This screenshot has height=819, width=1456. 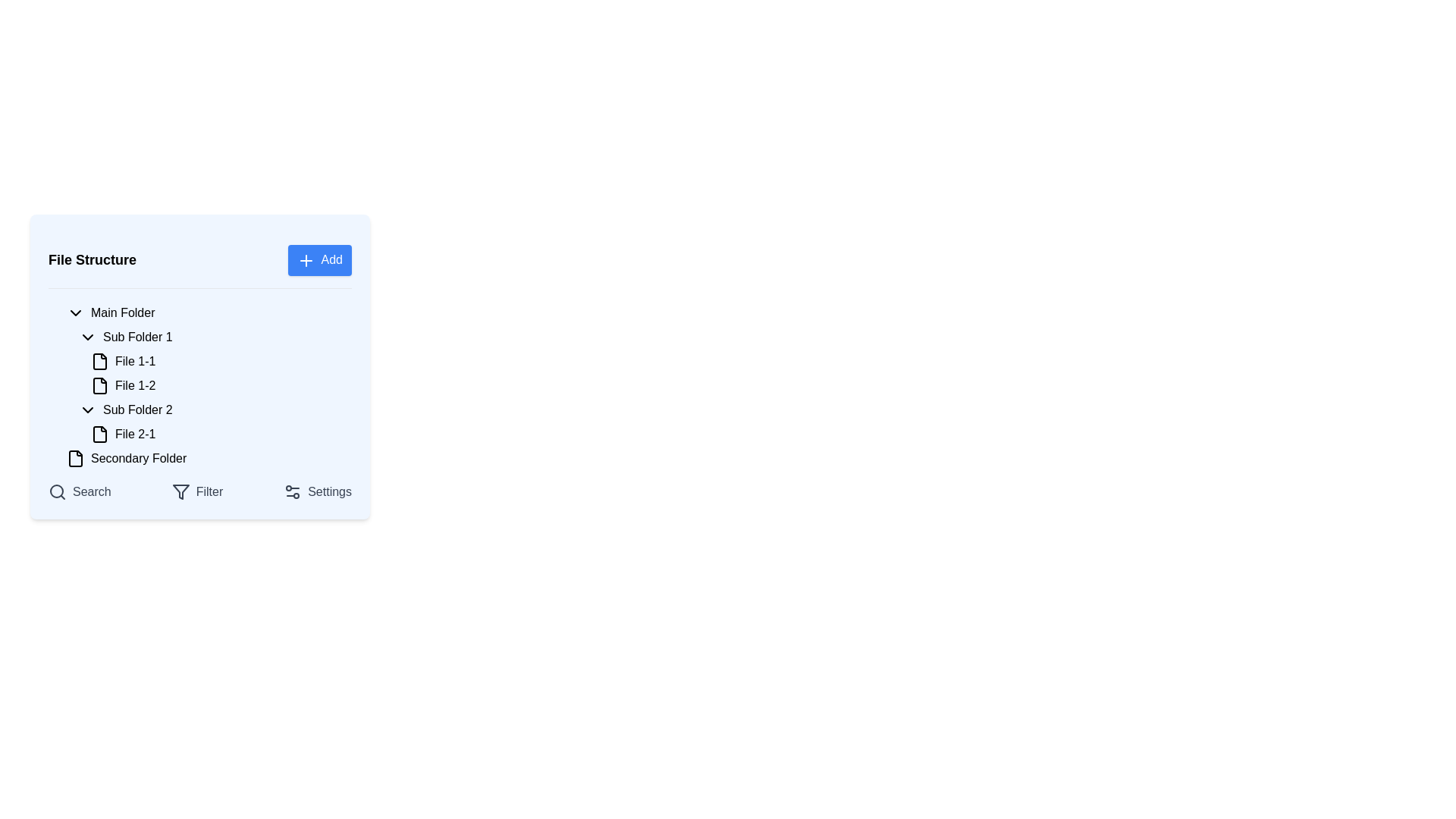 What do you see at coordinates (99, 384) in the screenshot?
I see `the file icon representing 'File 1-2'` at bounding box center [99, 384].